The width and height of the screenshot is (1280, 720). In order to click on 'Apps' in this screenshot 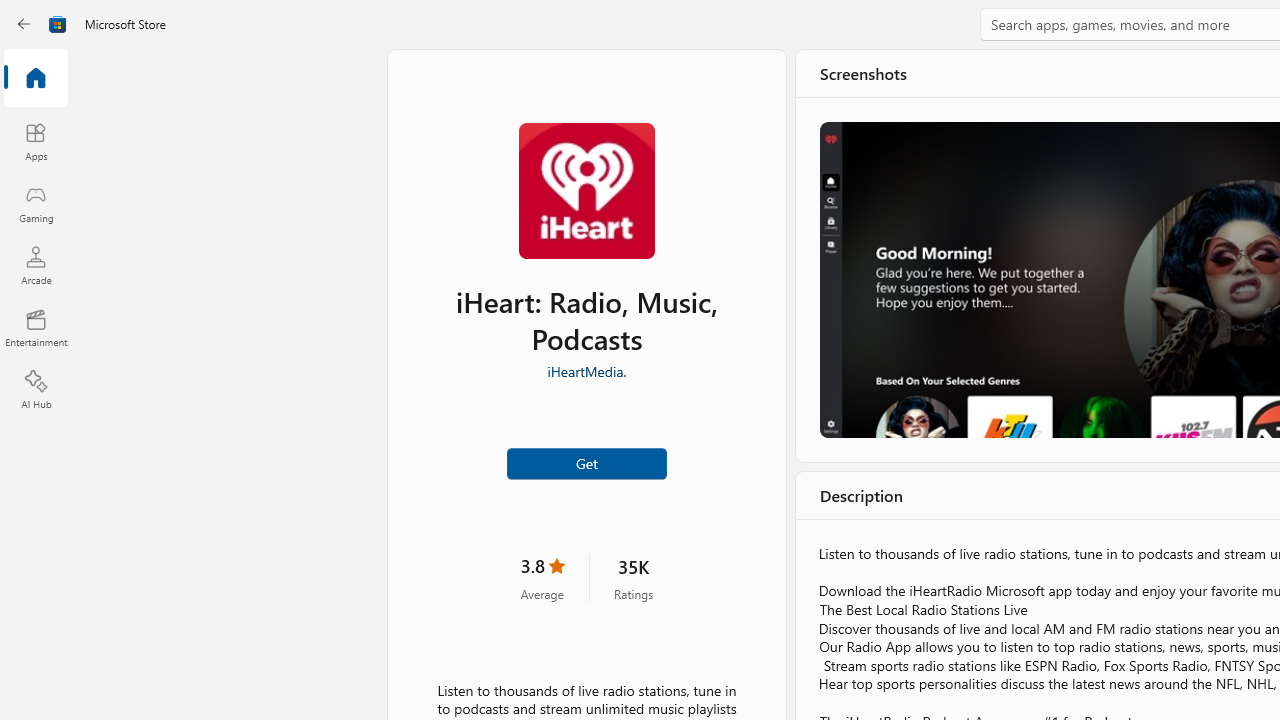, I will do `click(35, 140)`.